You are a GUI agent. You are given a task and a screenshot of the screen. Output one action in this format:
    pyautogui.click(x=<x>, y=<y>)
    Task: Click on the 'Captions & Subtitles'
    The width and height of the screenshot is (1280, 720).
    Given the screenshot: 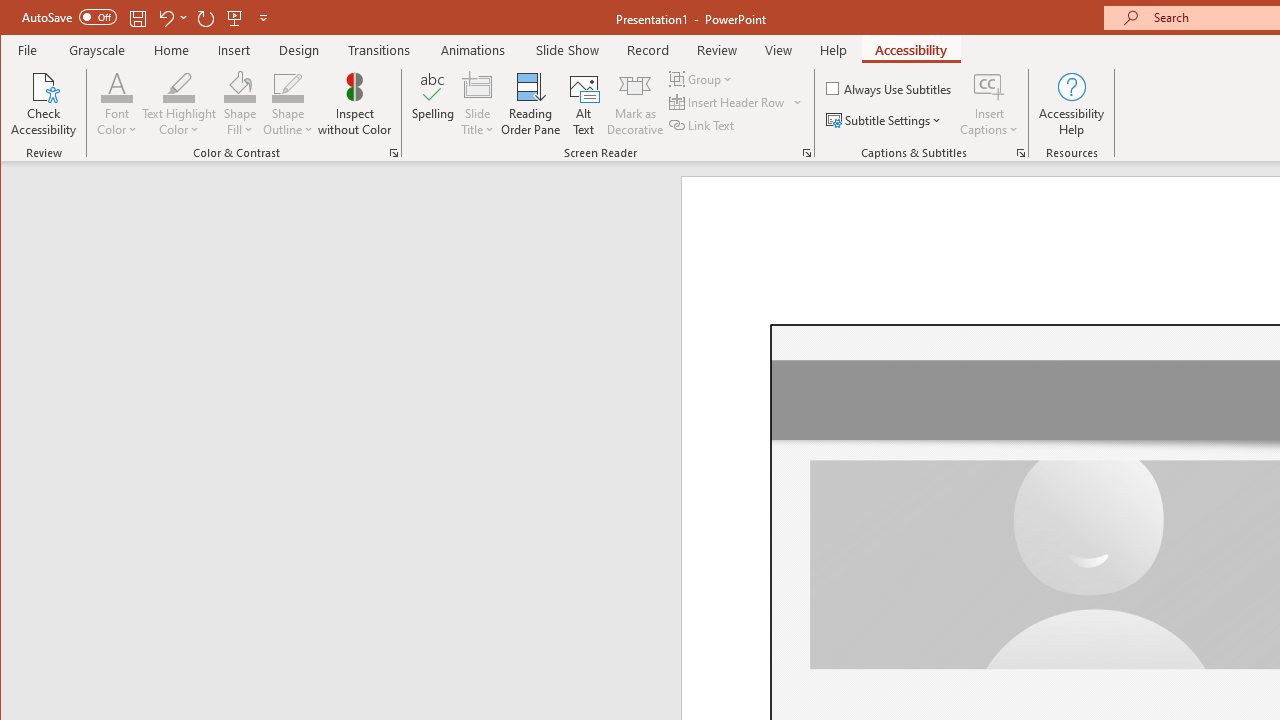 What is the action you would take?
    pyautogui.click(x=1020, y=152)
    